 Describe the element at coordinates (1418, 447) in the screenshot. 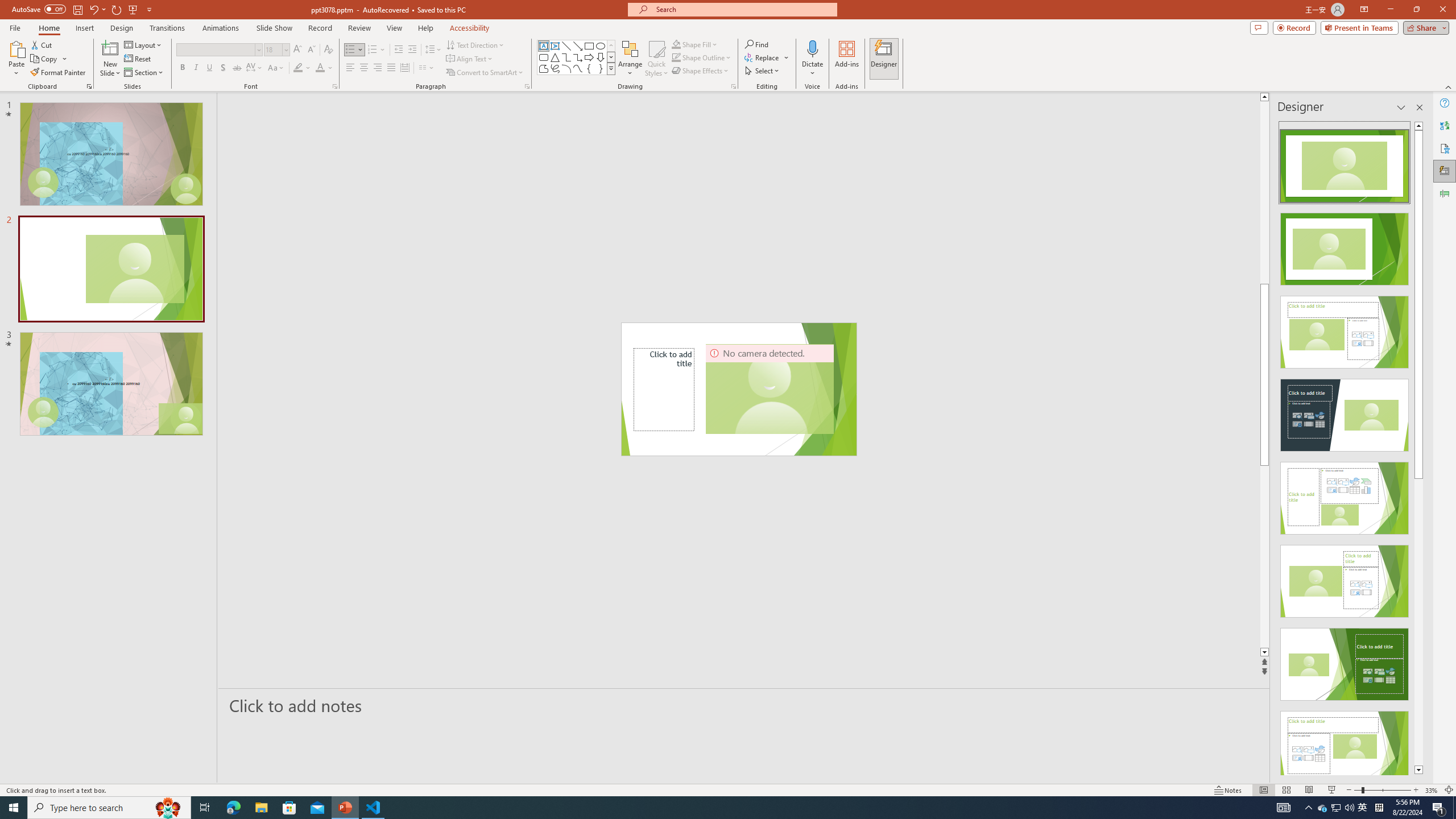

I see `'Class: NetUIScrollBar'` at that location.